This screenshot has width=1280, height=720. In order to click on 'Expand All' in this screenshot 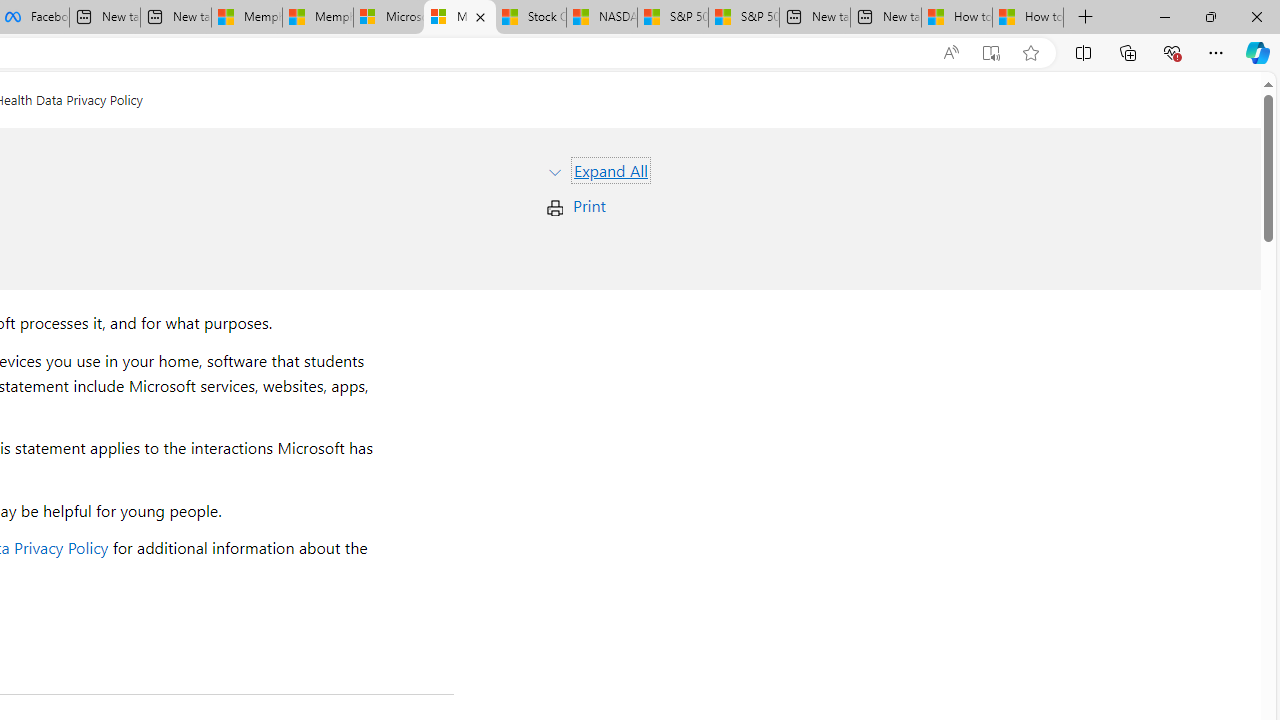, I will do `click(610, 169)`.